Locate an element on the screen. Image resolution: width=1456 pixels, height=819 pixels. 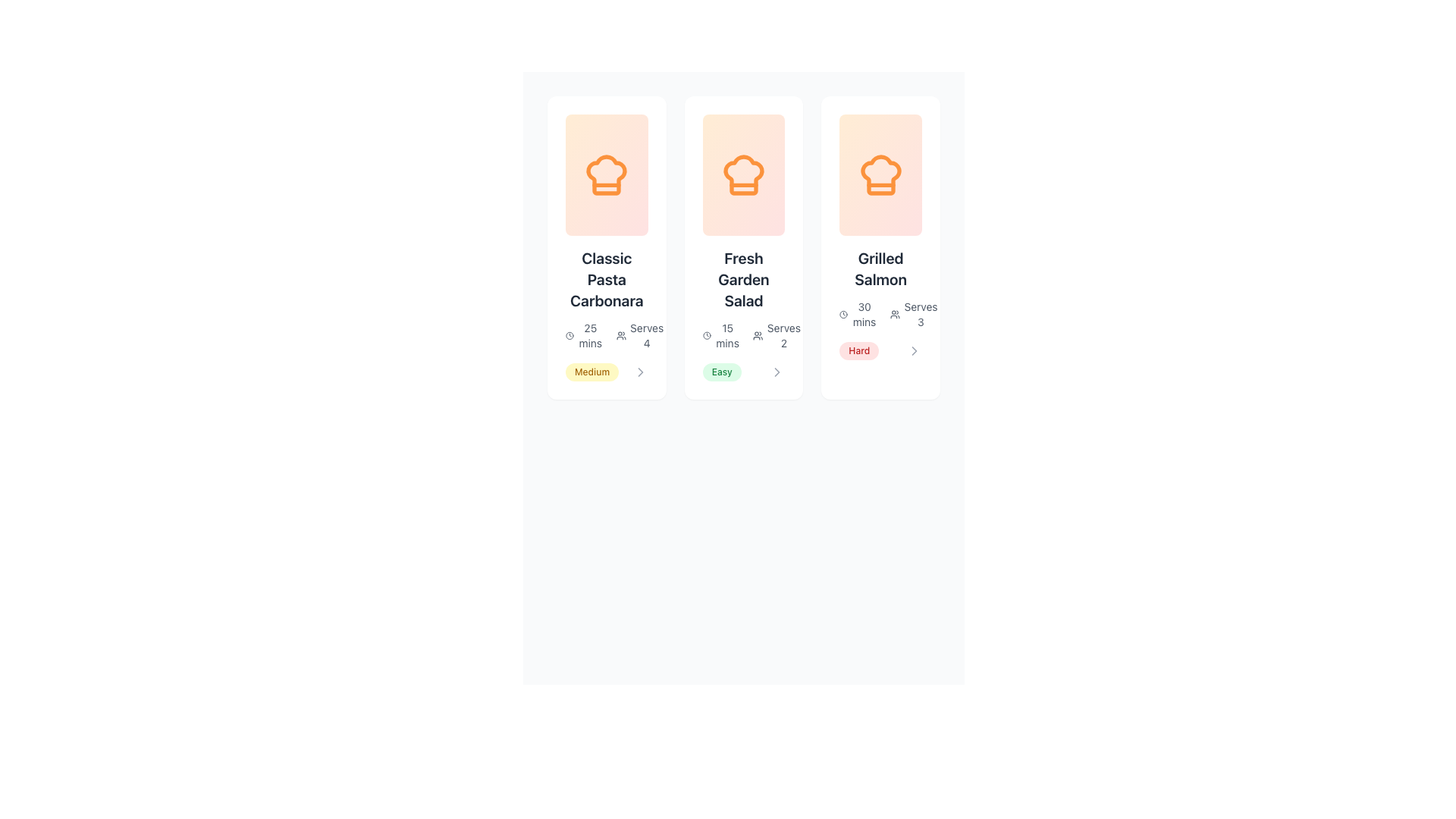
the informational text element that provides estimated preparation time and number of servings for the 'Grilled Salmon' recipe, located below the title and above the difficulty indicator labeled 'Hard' is located at coordinates (880, 314).